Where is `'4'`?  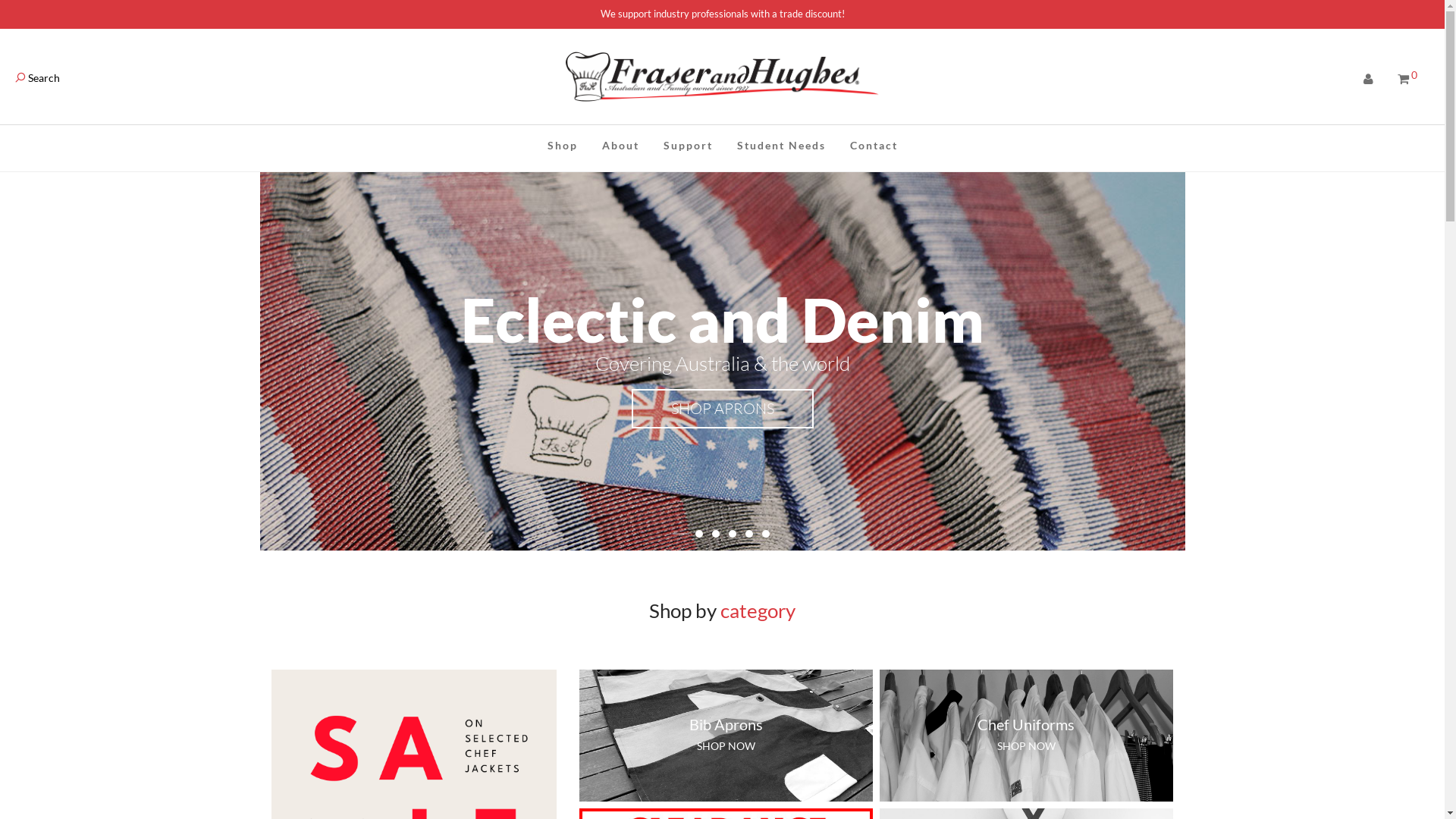 '4' is located at coordinates (731, 533).